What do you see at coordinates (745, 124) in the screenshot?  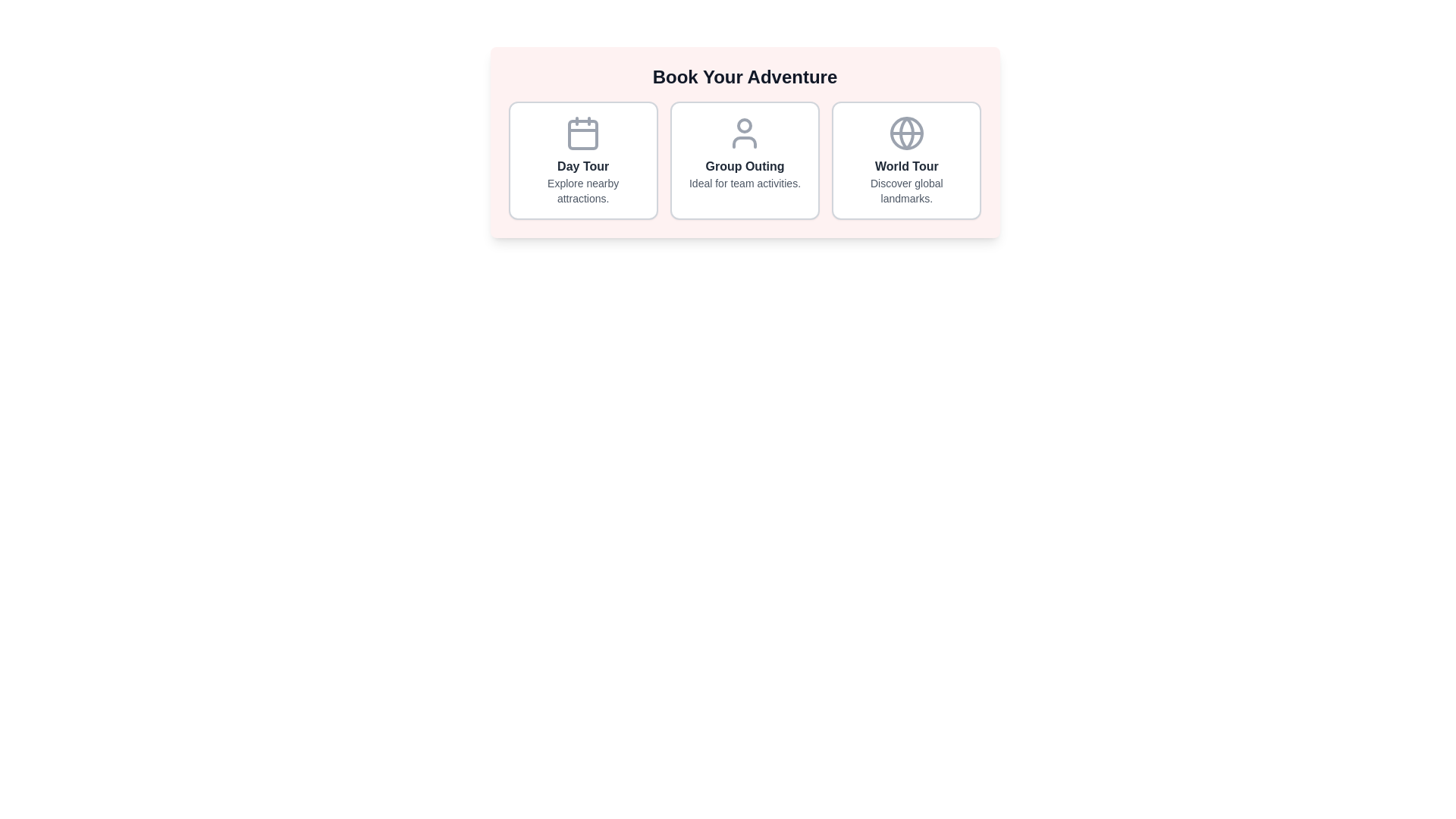 I see `the smaller circular component at the top portion of the user icon representation, which serves as a graphical detail within the user icon` at bounding box center [745, 124].